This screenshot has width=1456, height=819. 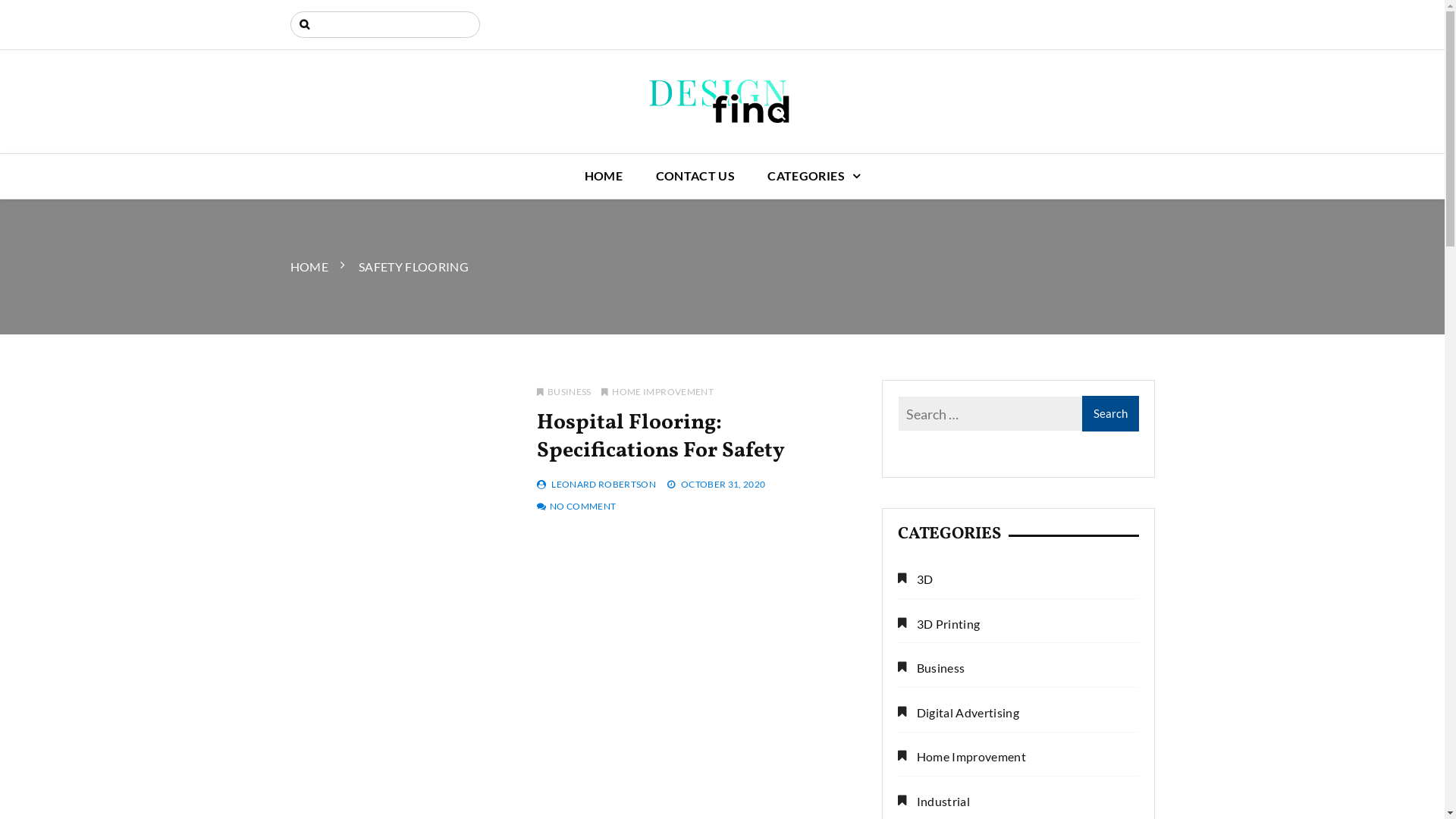 What do you see at coordinates (661, 436) in the screenshot?
I see `'Hospital Flooring: Specifications For Safety'` at bounding box center [661, 436].